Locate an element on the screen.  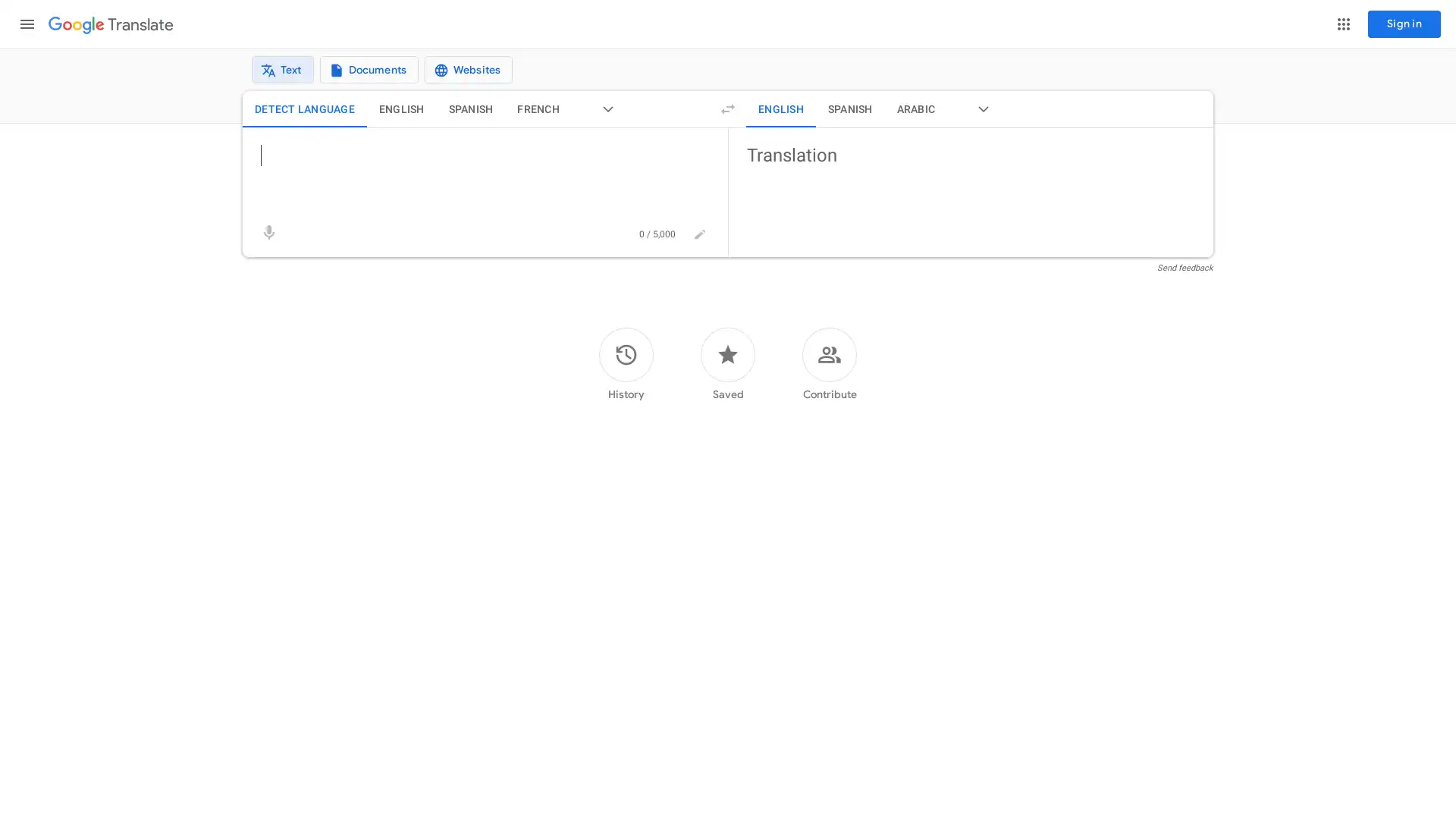
Text translation is located at coordinates (273, 74).